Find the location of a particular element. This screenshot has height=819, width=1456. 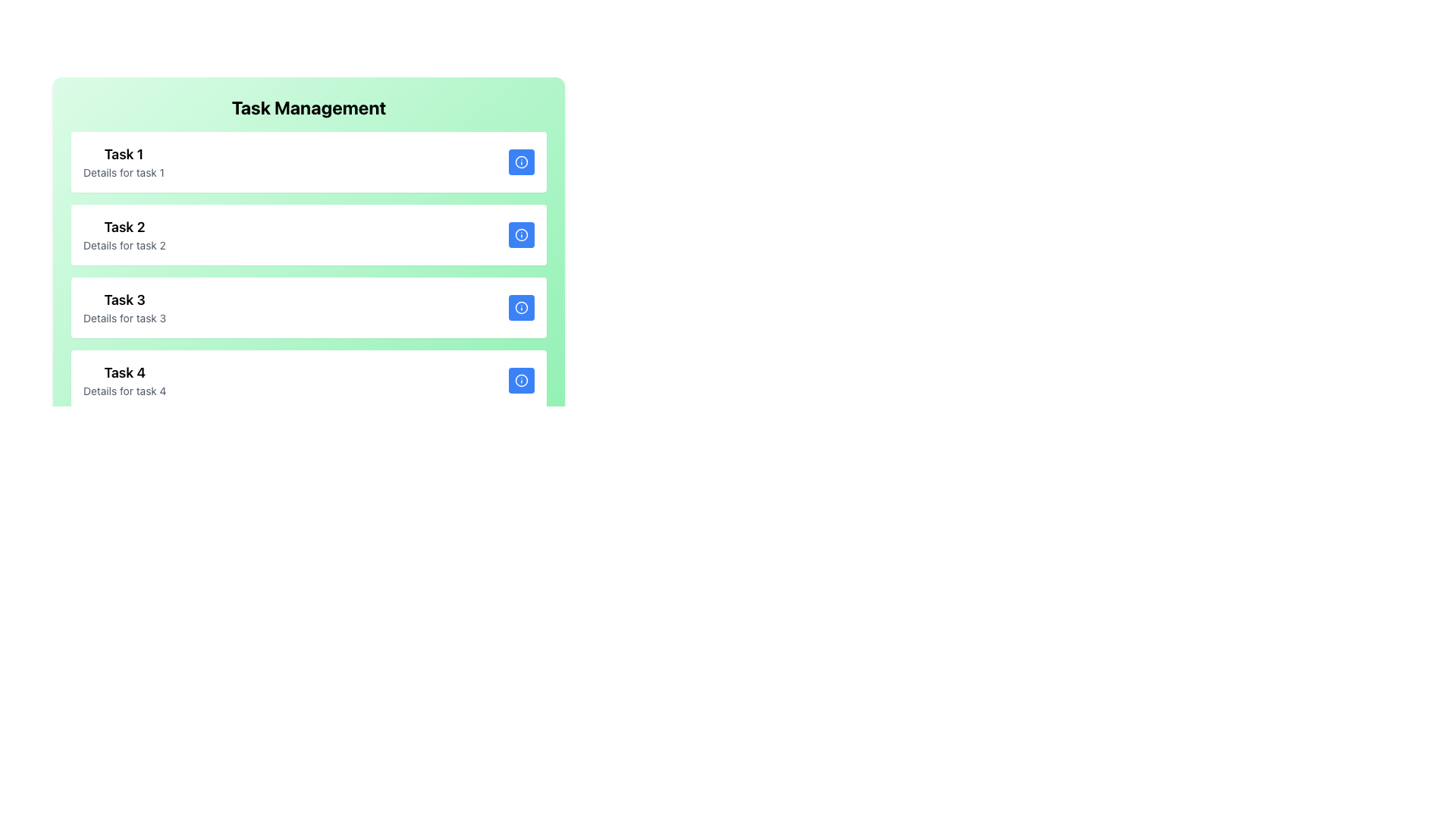

the bold, black text label that reads 'Task 2', which serves as a heading for the second task card in the task management section is located at coordinates (124, 227).